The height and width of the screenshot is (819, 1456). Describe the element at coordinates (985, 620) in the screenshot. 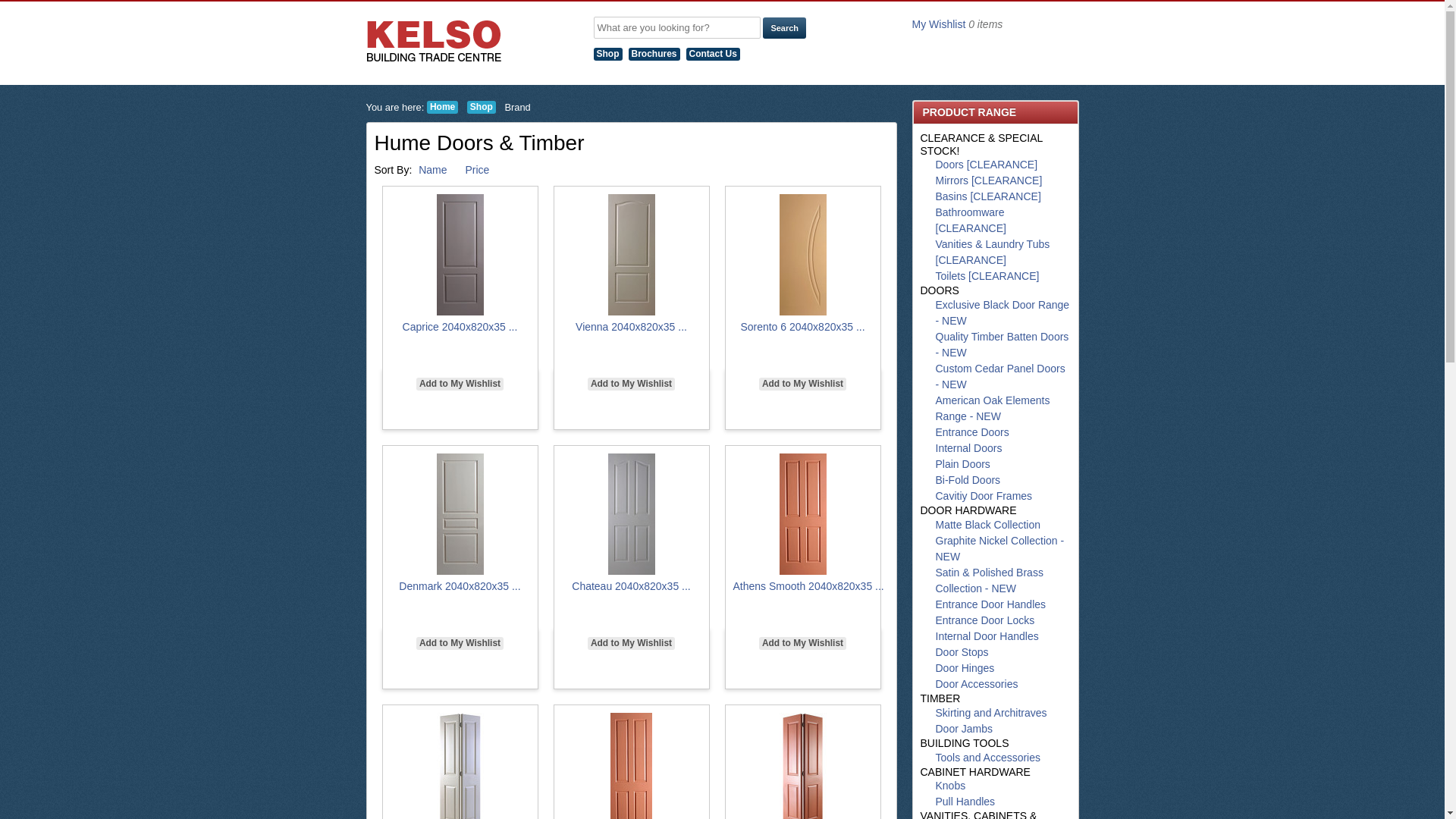

I see `'Entrance Door Locks'` at that location.